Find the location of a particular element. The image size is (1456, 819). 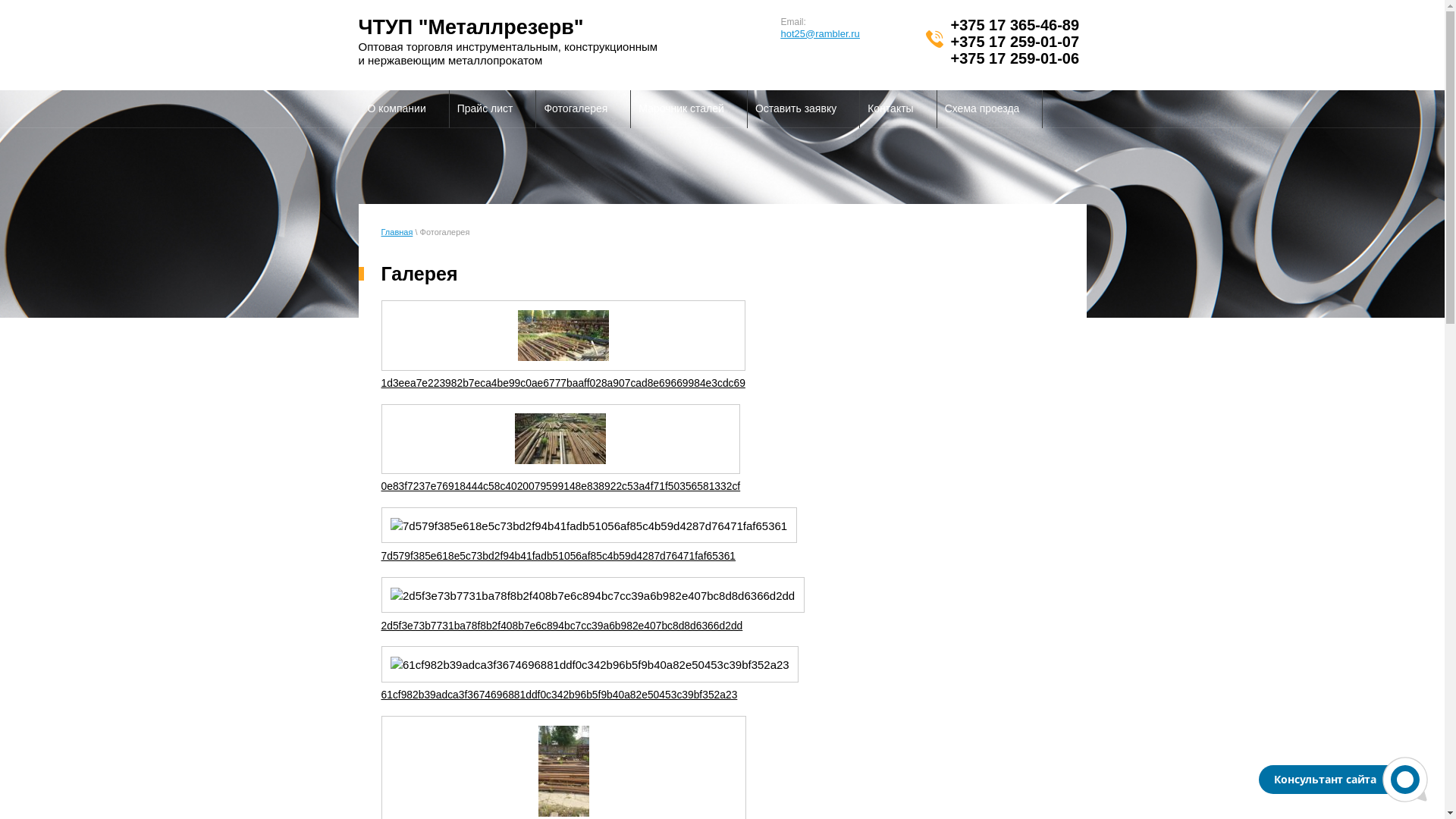

'+375 17 259-01-06' is located at coordinates (1015, 58).